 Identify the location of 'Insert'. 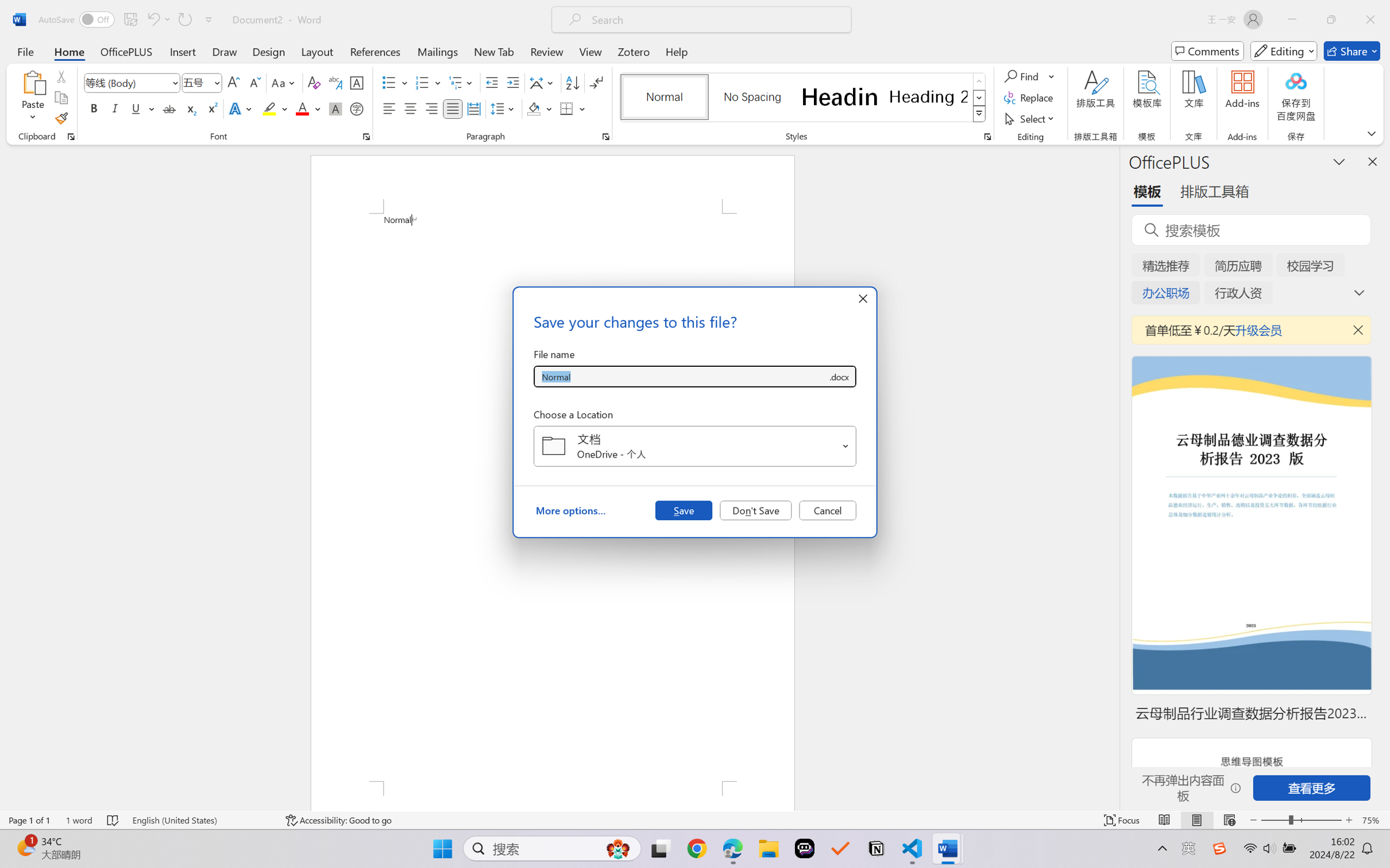
(182, 51).